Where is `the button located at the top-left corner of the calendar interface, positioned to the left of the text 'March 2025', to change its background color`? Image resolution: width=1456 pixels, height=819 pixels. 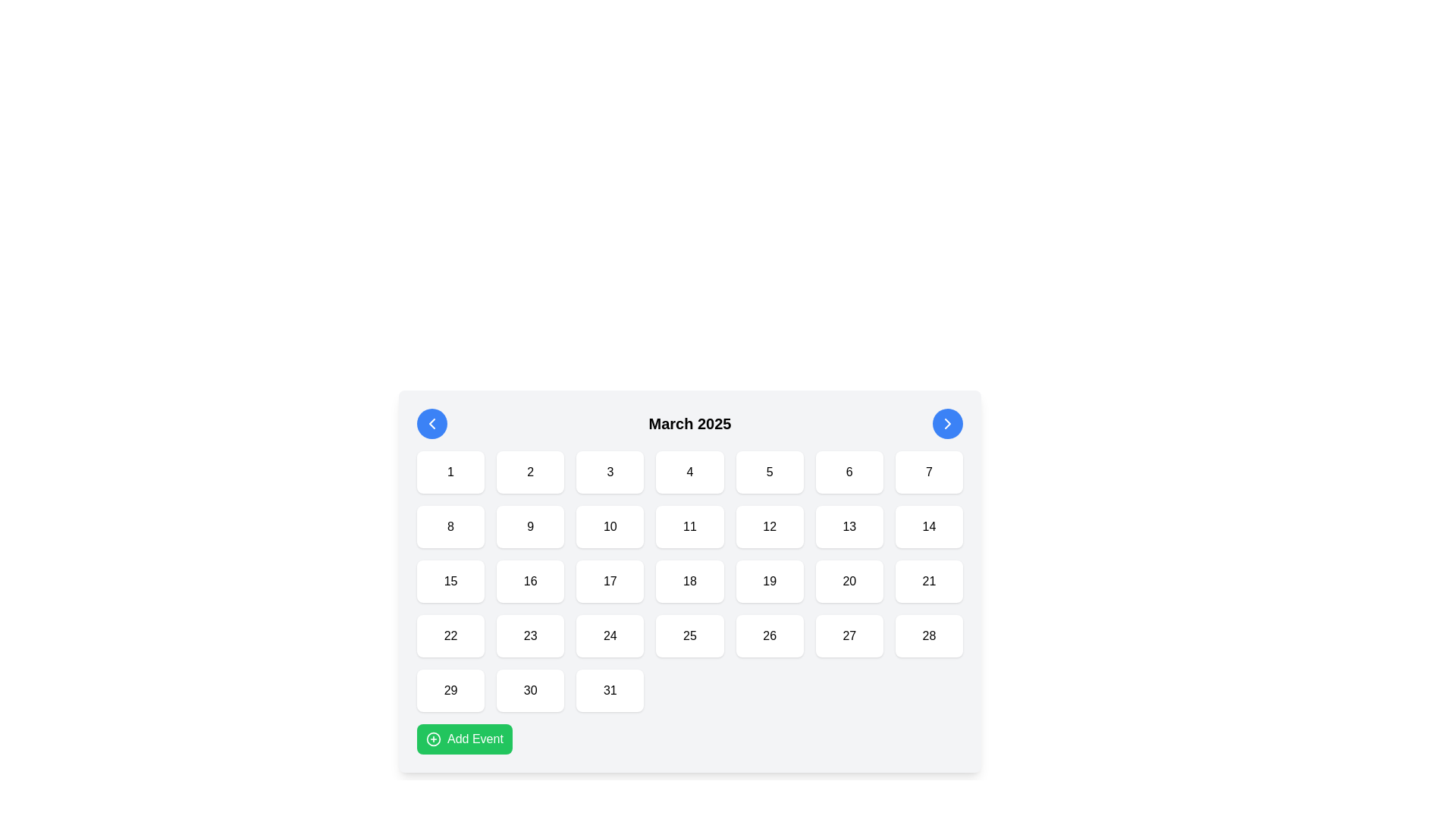 the button located at the top-left corner of the calendar interface, positioned to the left of the text 'March 2025', to change its background color is located at coordinates (431, 424).